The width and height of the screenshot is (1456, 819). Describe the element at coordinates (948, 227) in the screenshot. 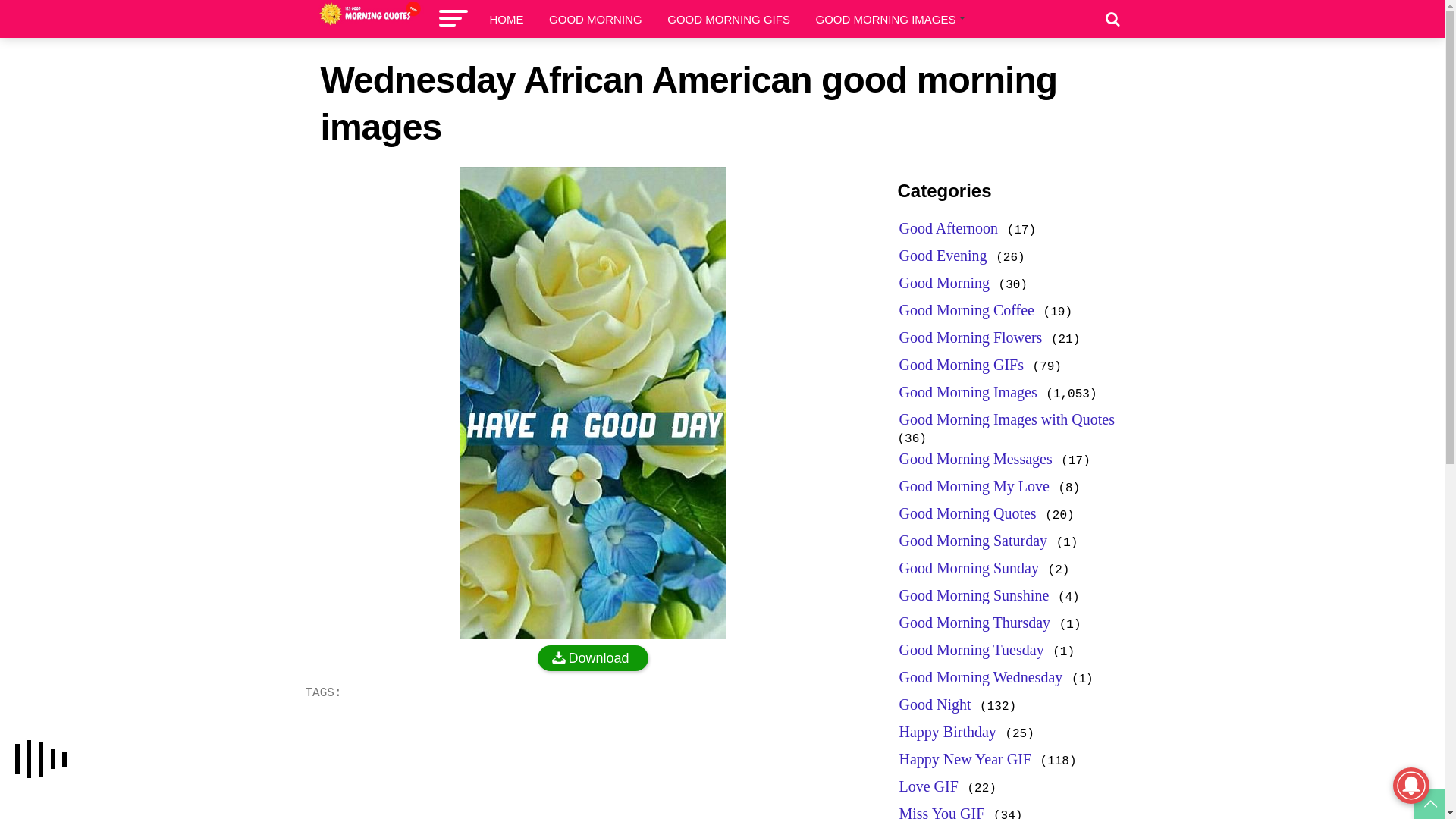

I see `'Good Afternoon'` at that location.